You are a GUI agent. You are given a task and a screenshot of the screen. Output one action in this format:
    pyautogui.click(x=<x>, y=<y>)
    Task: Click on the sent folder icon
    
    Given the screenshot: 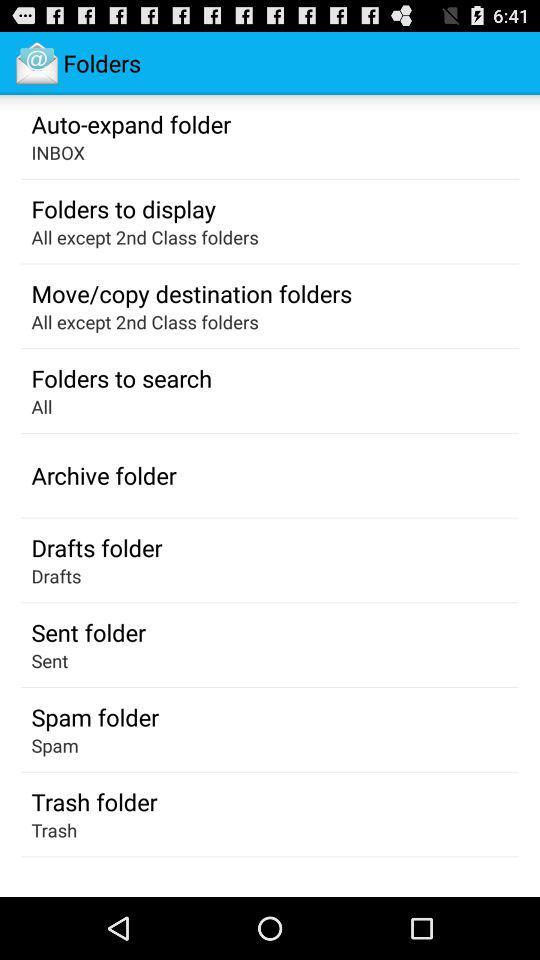 What is the action you would take?
    pyautogui.click(x=87, y=631)
    